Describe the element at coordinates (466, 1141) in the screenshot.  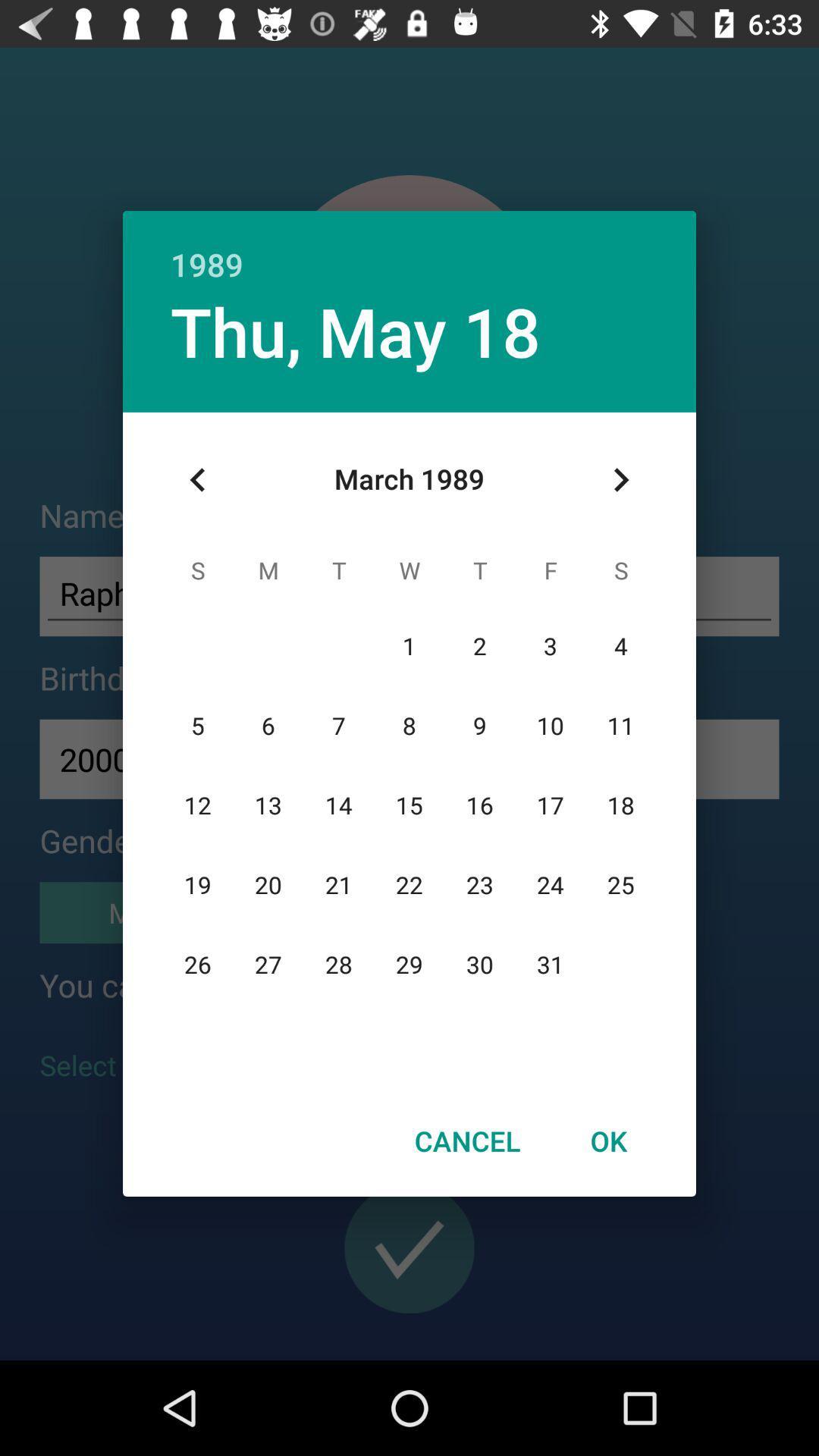
I see `the icon at the bottom` at that location.